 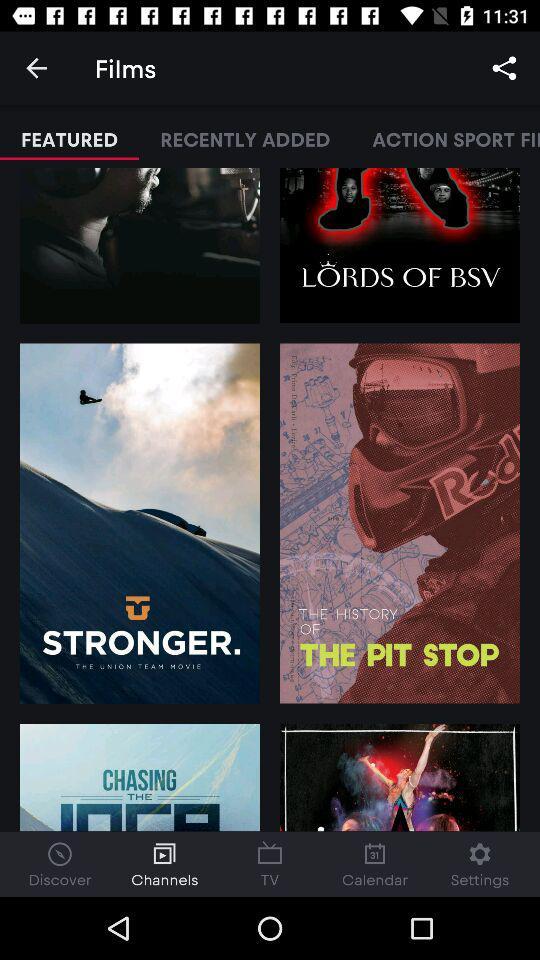 I want to click on the date_range icon, so click(x=270, y=863).